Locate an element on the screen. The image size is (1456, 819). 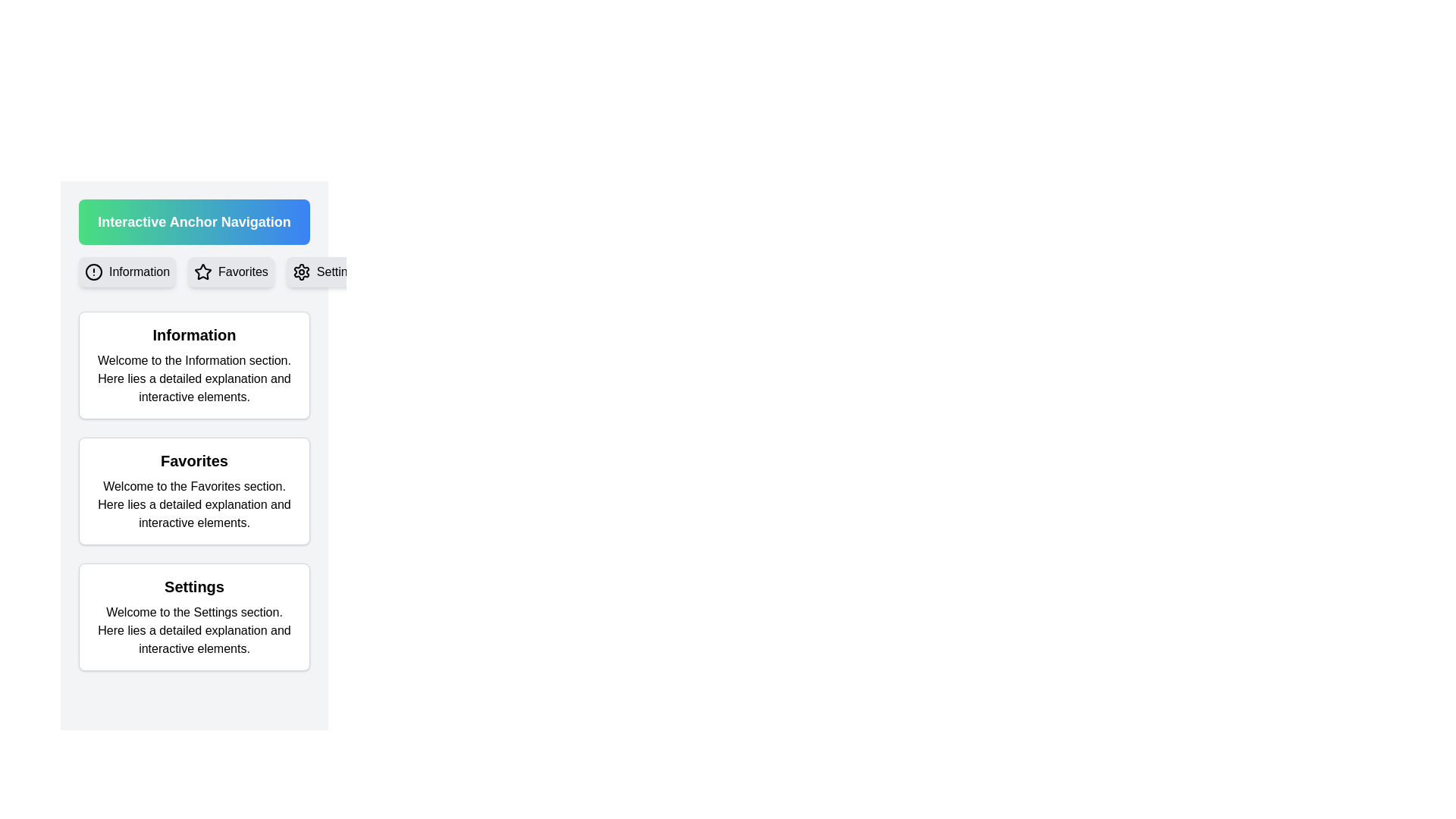
the gear-shaped icon in the top central part of the navigation bar is located at coordinates (301, 271).